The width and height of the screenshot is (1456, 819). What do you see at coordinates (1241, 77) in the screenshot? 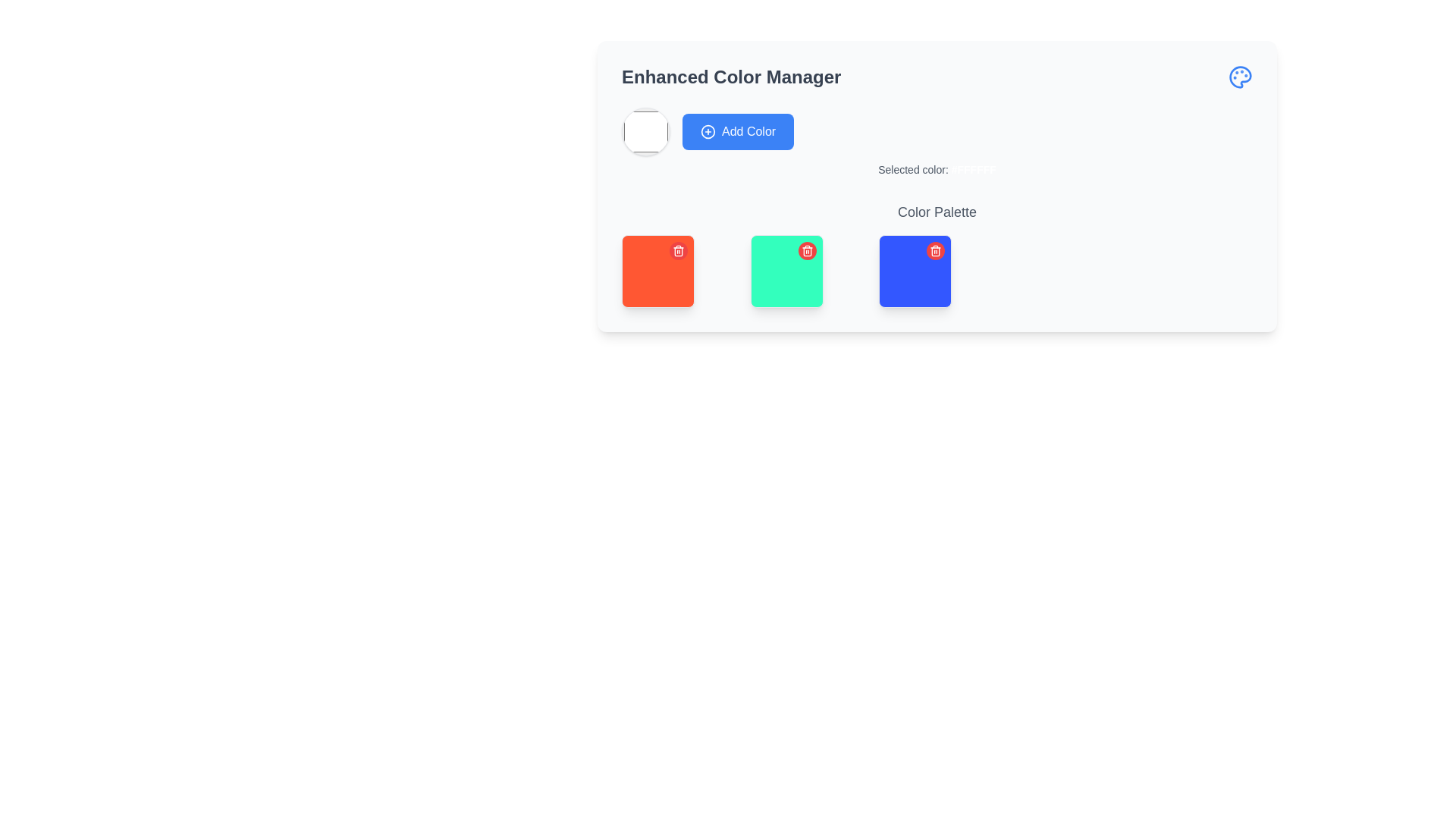
I see `the palette icon located in the top right corner of the 'Enhanced Color Manager' section for additional settings` at bounding box center [1241, 77].